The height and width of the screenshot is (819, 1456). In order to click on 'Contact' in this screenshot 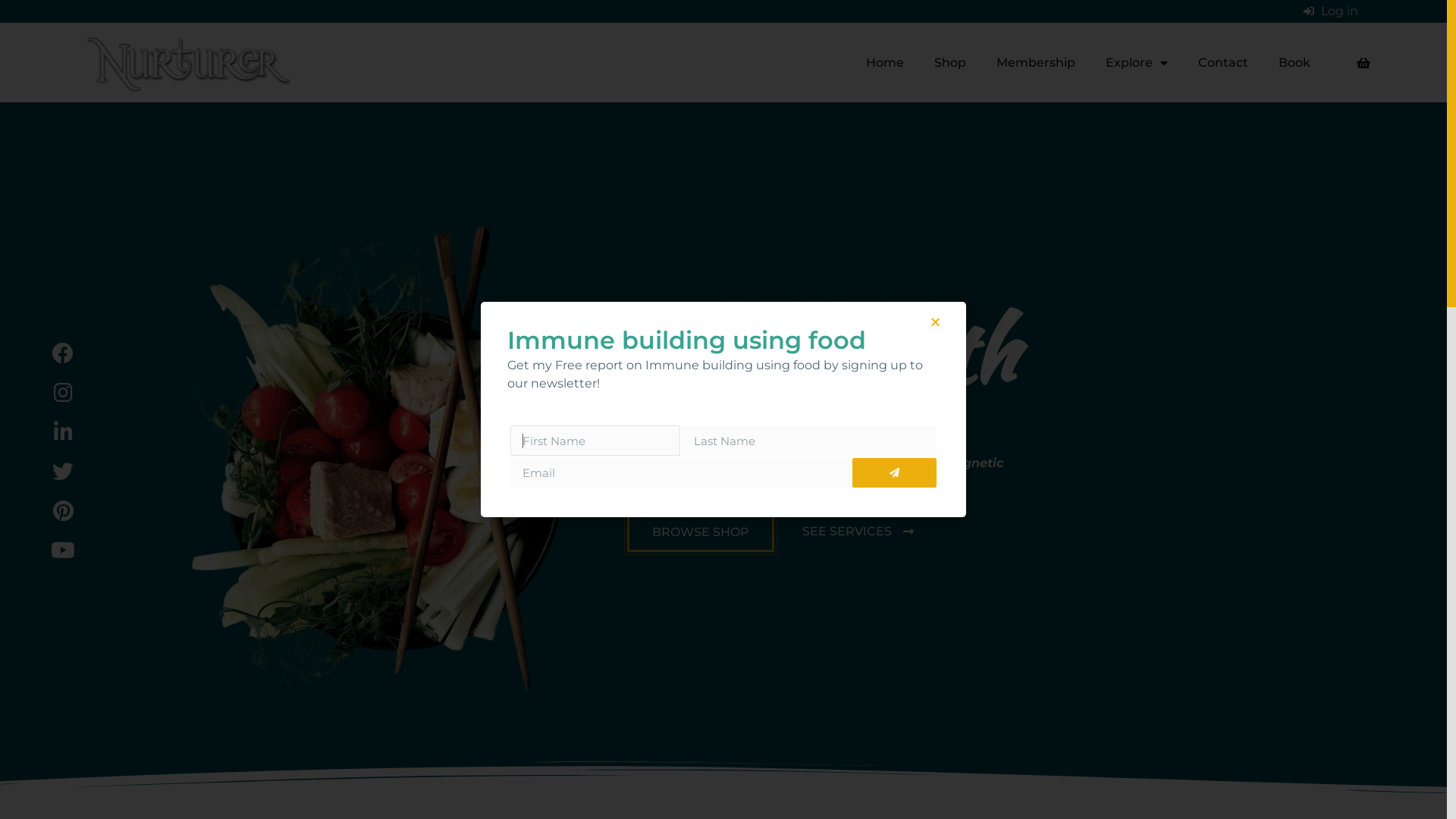, I will do `click(1222, 62)`.